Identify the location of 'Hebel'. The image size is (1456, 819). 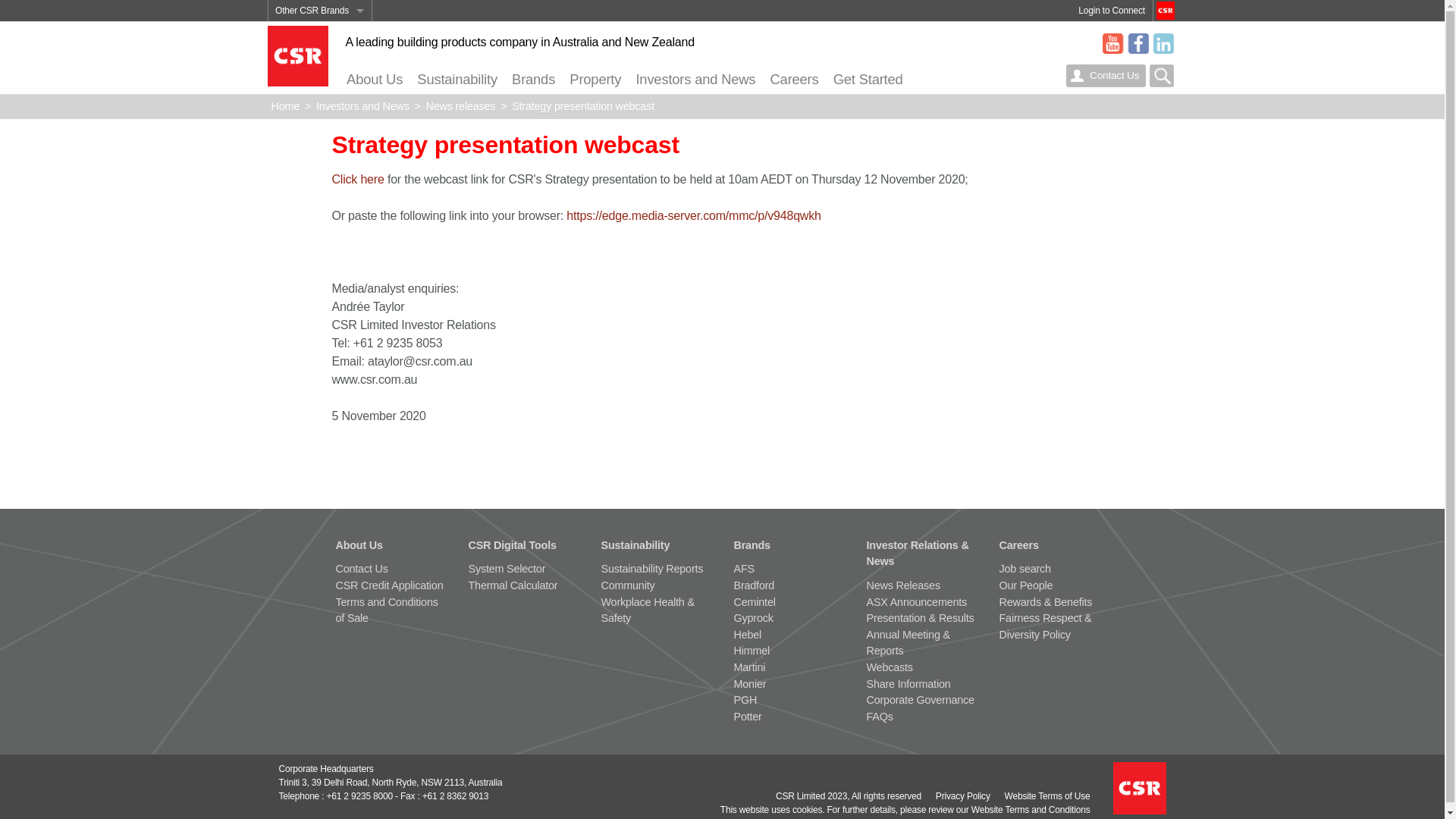
(748, 635).